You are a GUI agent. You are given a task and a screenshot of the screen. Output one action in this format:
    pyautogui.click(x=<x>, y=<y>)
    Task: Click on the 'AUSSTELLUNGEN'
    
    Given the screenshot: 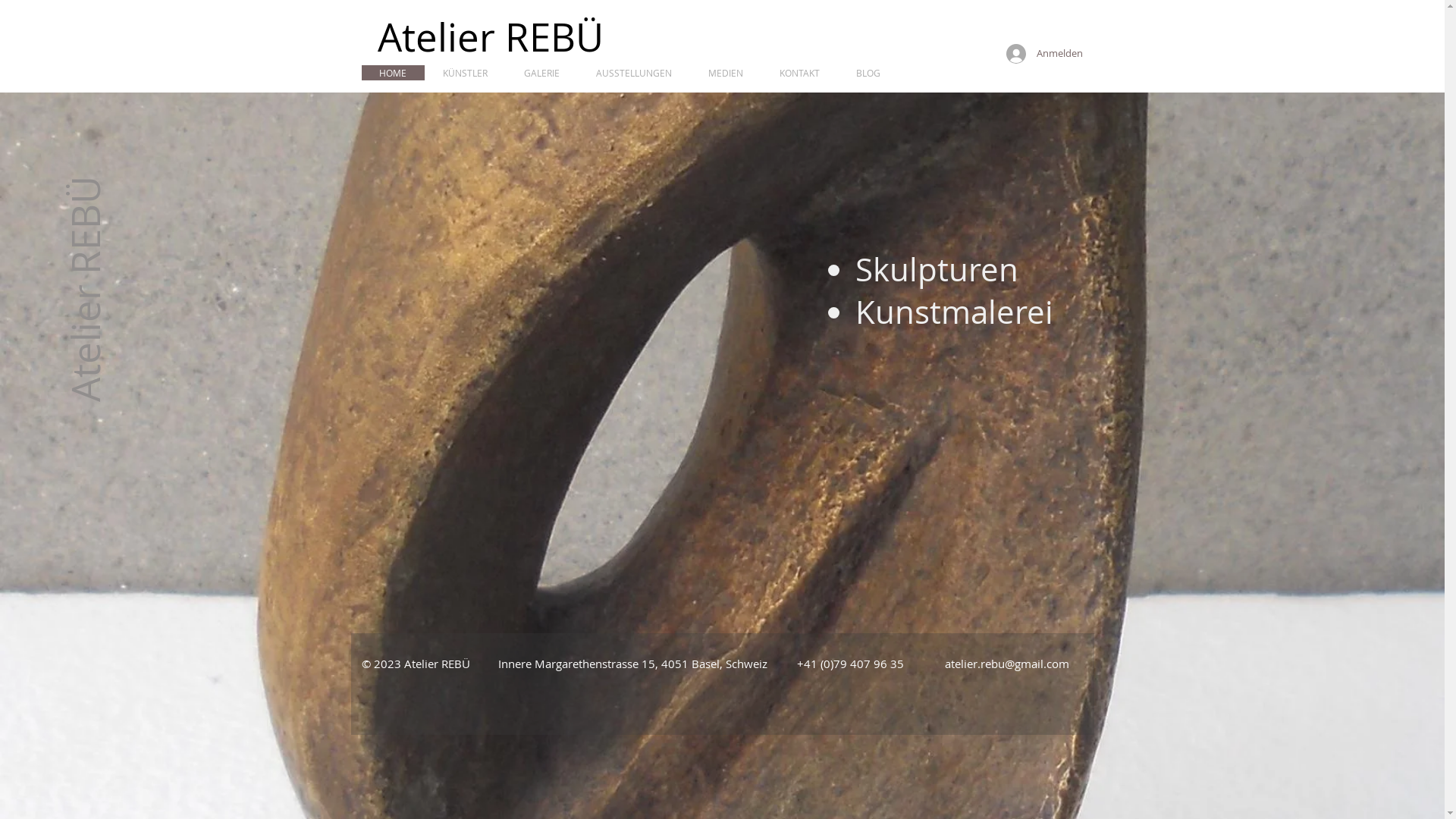 What is the action you would take?
    pyautogui.click(x=584, y=74)
    